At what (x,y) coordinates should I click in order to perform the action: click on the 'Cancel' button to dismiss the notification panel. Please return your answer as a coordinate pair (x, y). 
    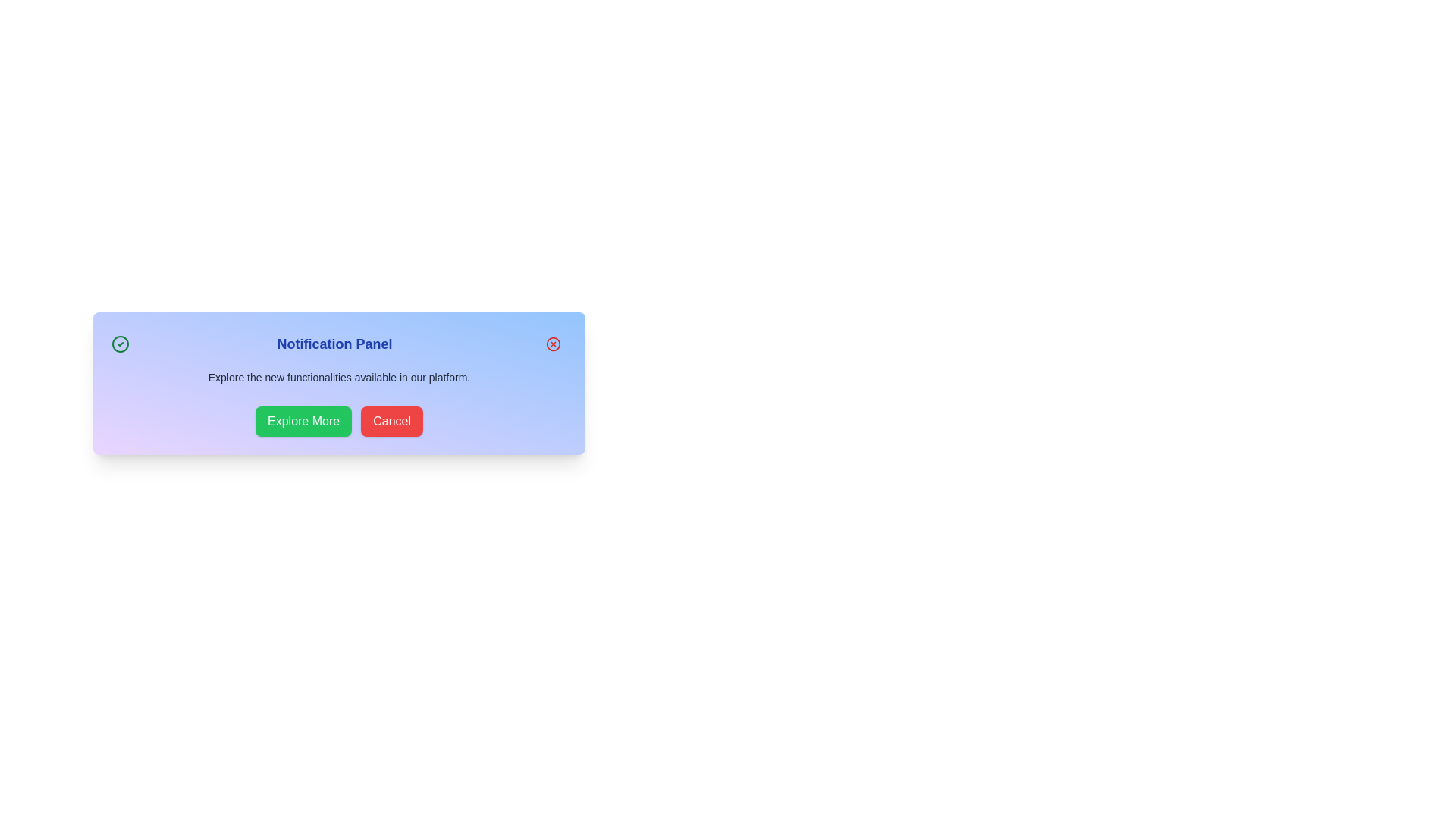
    Looking at the image, I should click on (392, 421).